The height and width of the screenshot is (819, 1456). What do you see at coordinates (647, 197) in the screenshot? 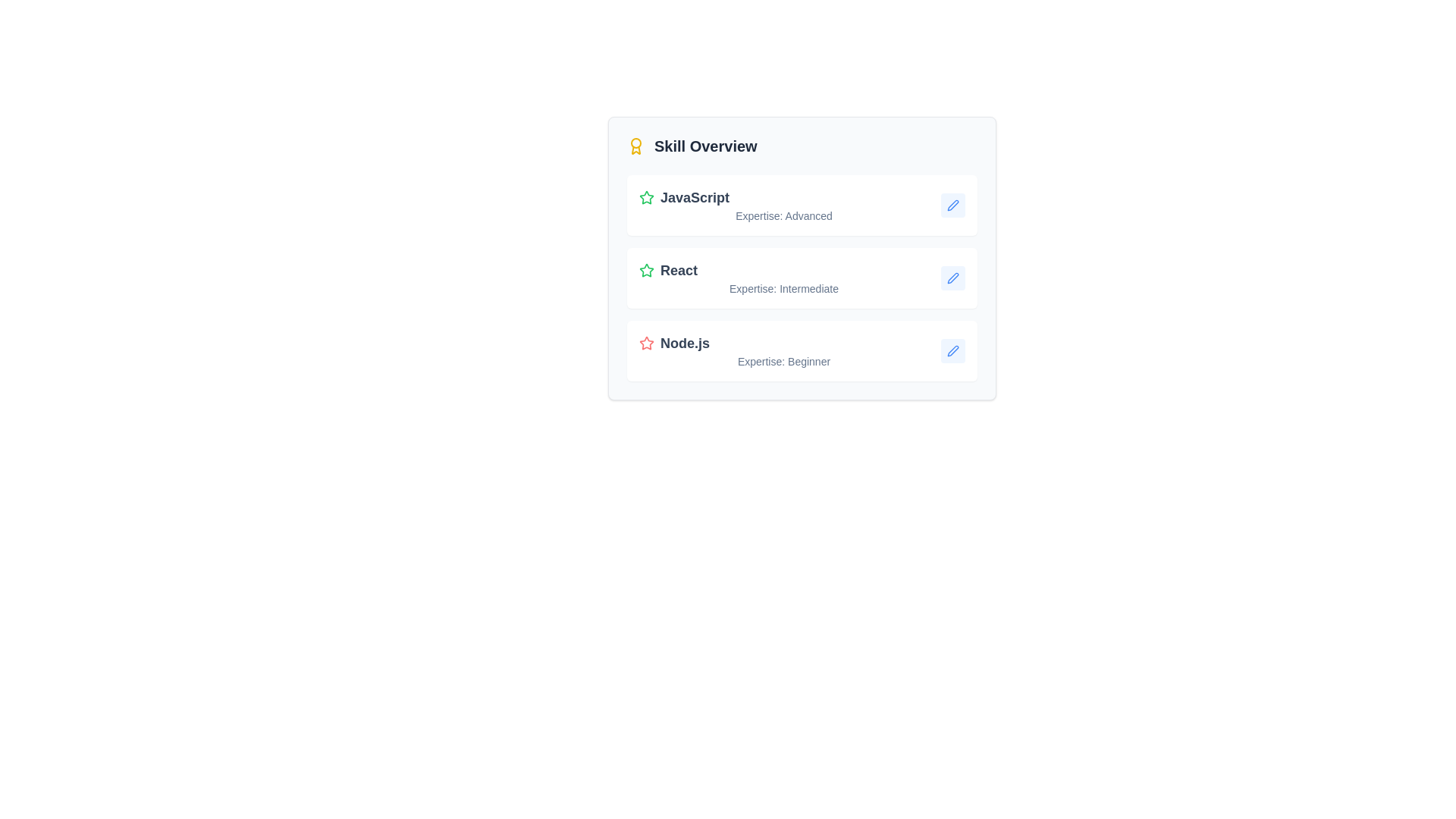
I see `the green star icon indicating expertise for the 'JavaScript' skill, located to the left of the 'JavaScript' text in the 'Skill Overview' section` at bounding box center [647, 197].